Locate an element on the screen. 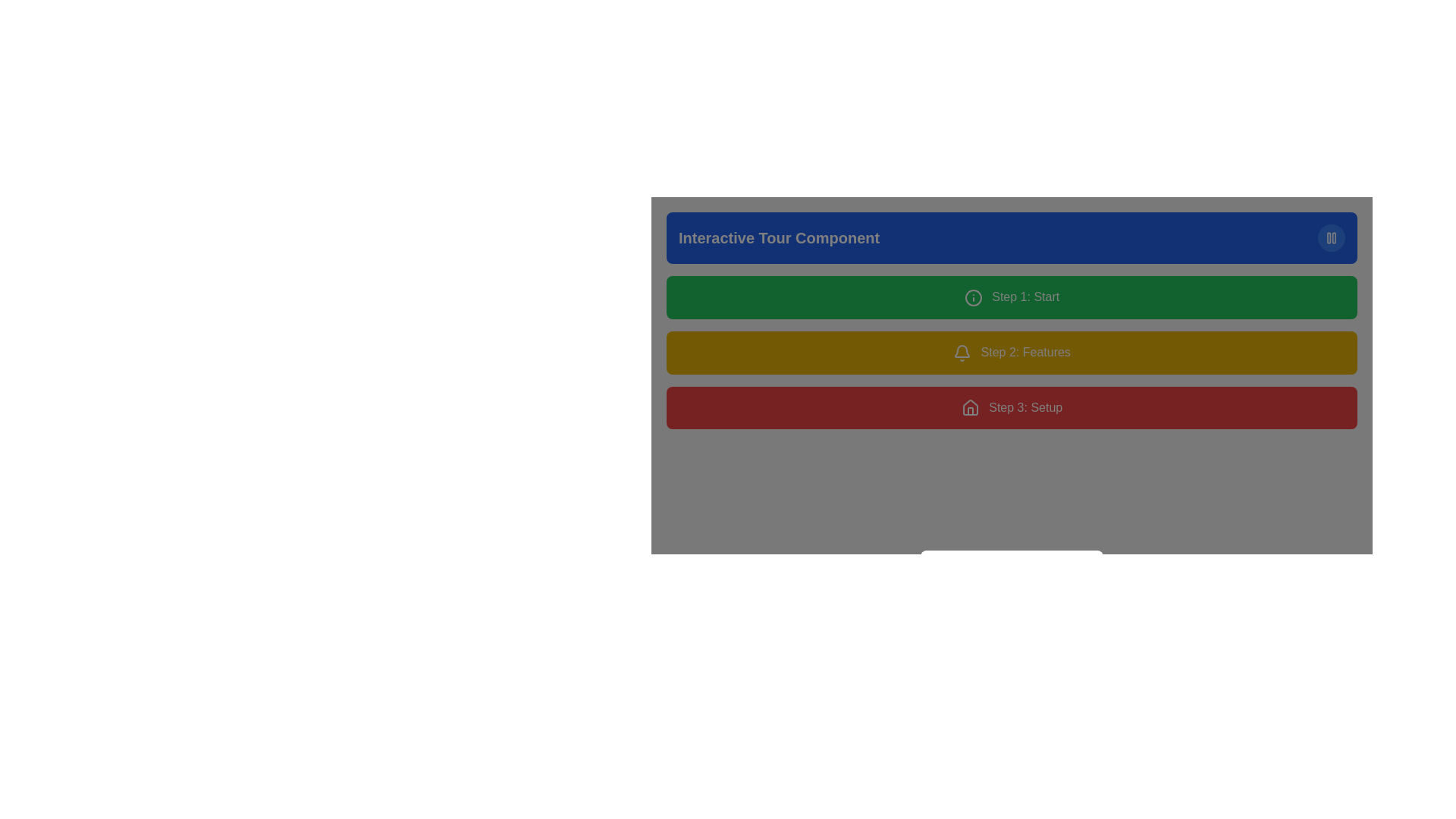  the pause button icon, which is a small icon with two vertical rectangles in a circular blue background, located in the top-right corner of the rounded blue rectangular section near the 'Interactive Tour Component' title is located at coordinates (1331, 237).